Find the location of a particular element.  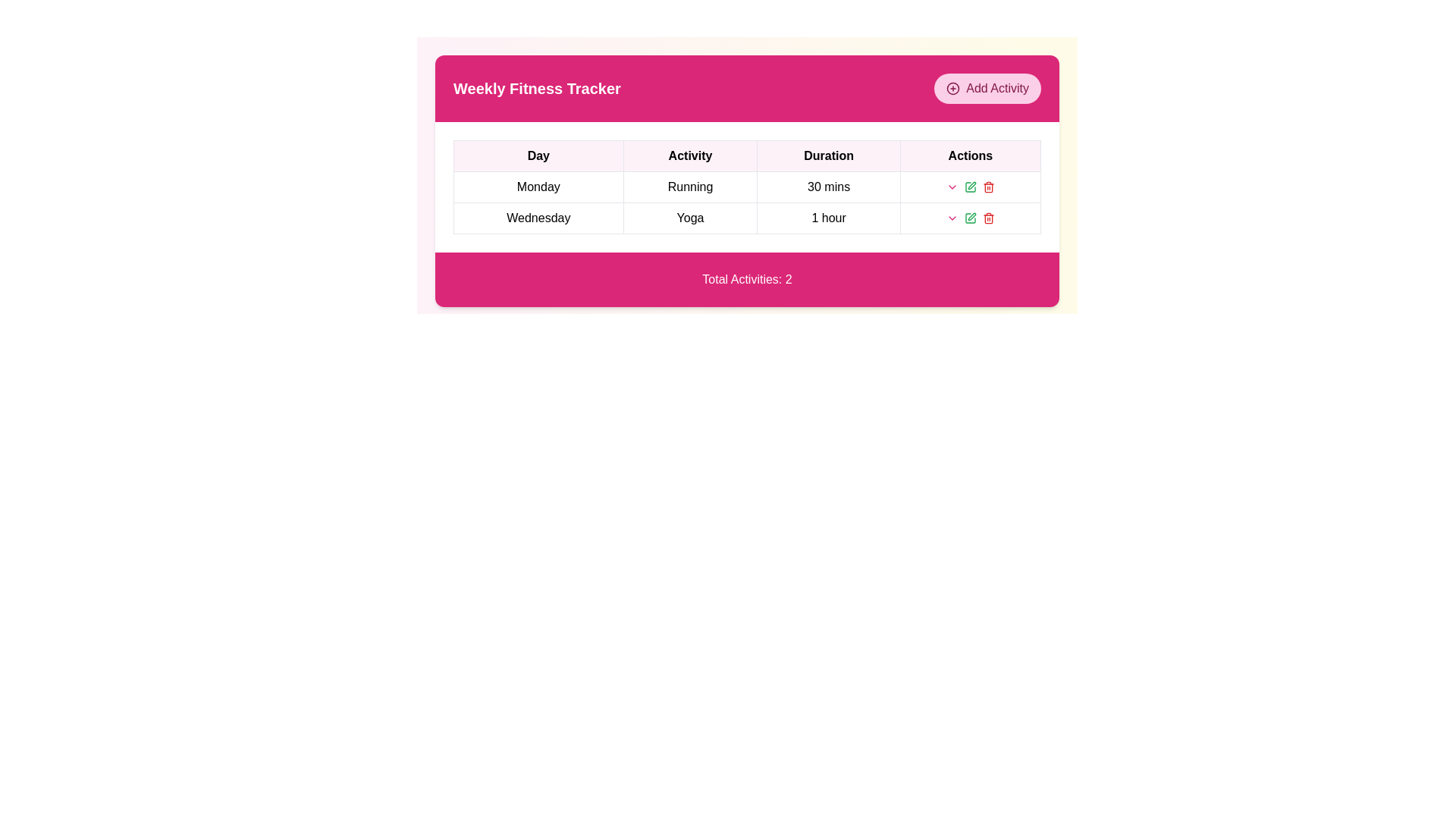

the static text label displaying 'Yoga' in the 'Activity' column for Wednesday in the fitness tracker table is located at coordinates (689, 218).